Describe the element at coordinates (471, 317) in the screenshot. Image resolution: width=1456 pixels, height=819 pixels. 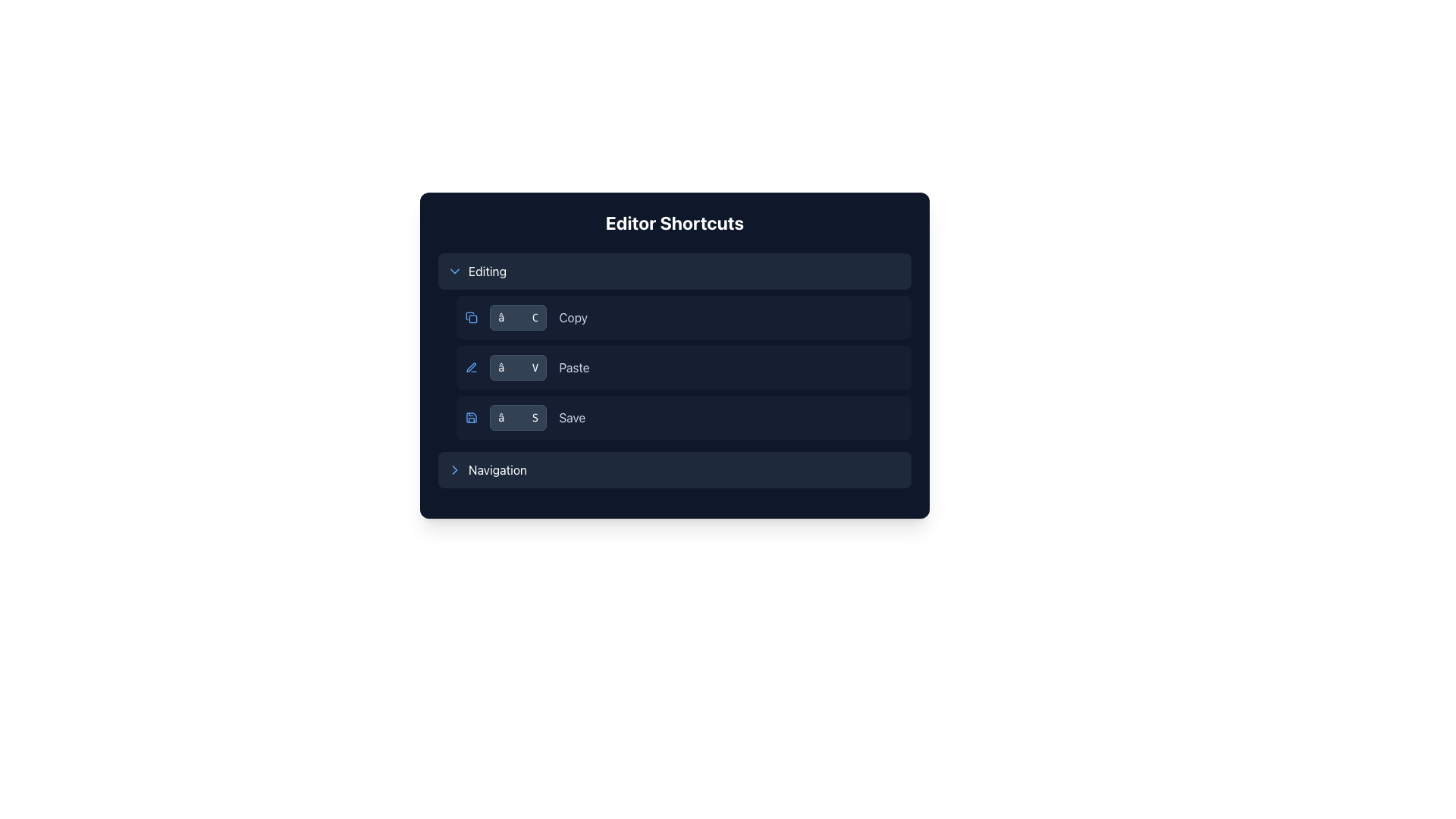
I see `the small square blue icon representing the copy action located in the top row under the 'Editing' category of the 'Editor Shortcuts' menu, which precedes the shortcut key combination '⌘ C'` at that location.